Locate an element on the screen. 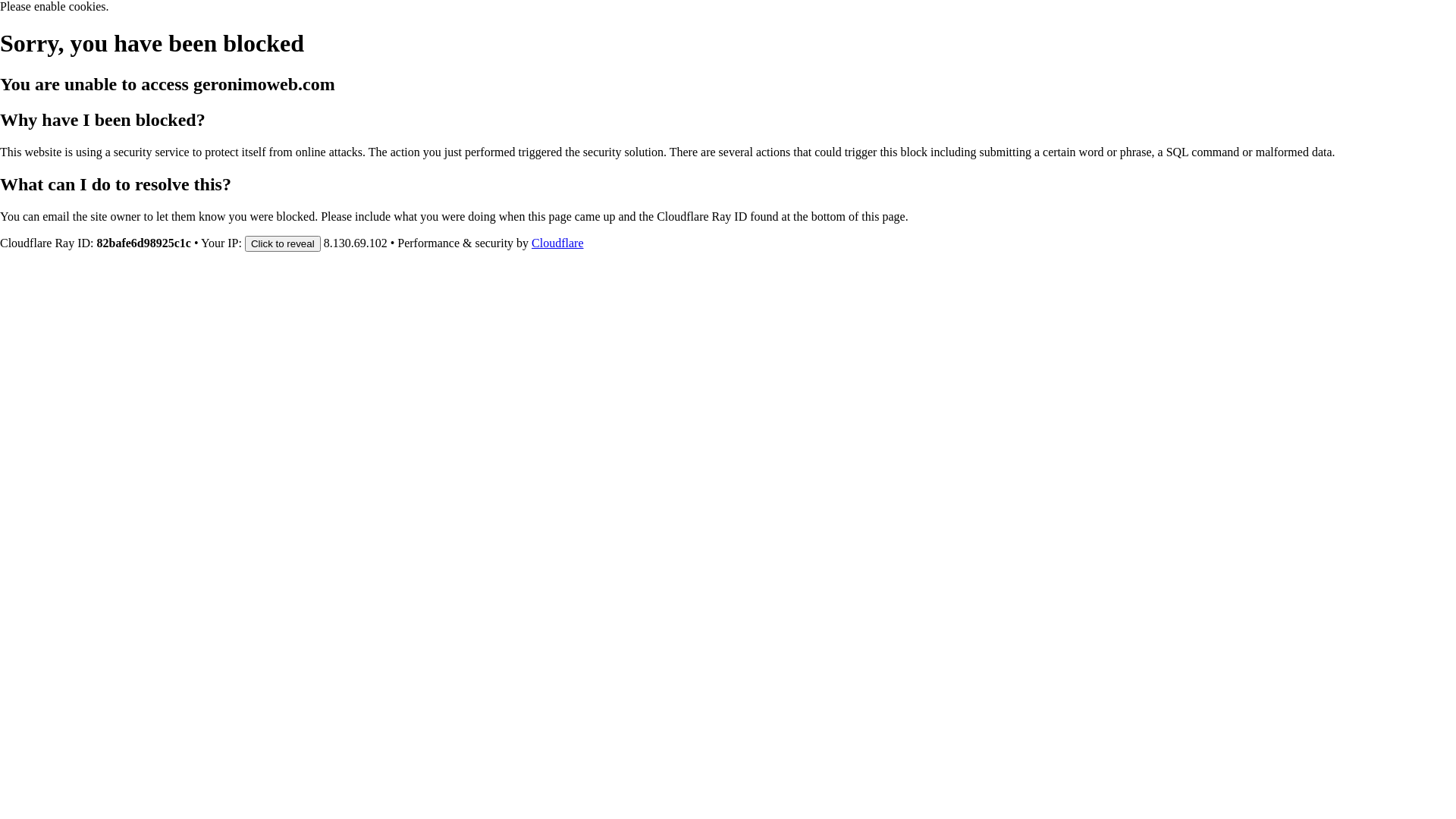  'Cloudflare' is located at coordinates (531, 242).